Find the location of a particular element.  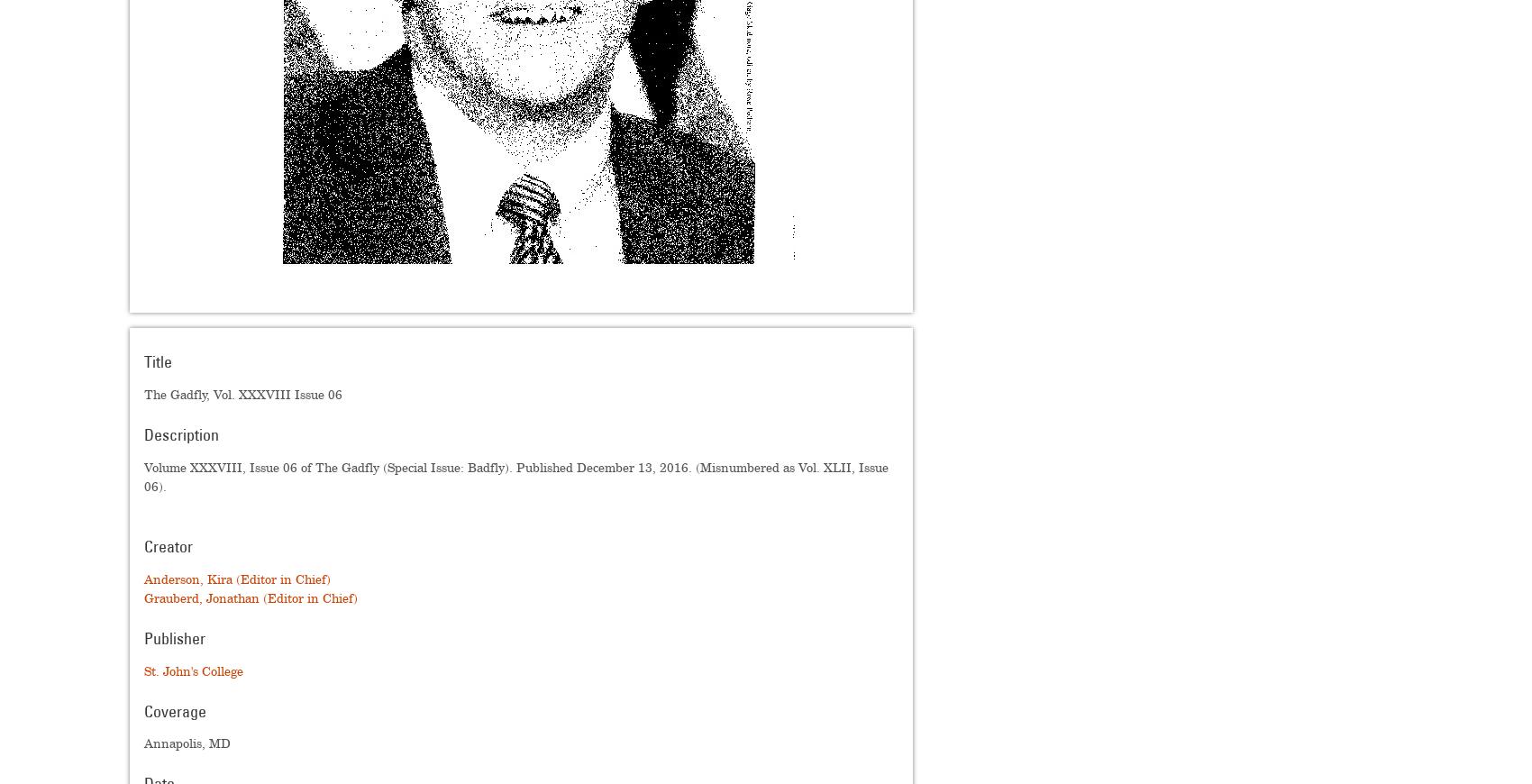

'Description' is located at coordinates (180, 434).